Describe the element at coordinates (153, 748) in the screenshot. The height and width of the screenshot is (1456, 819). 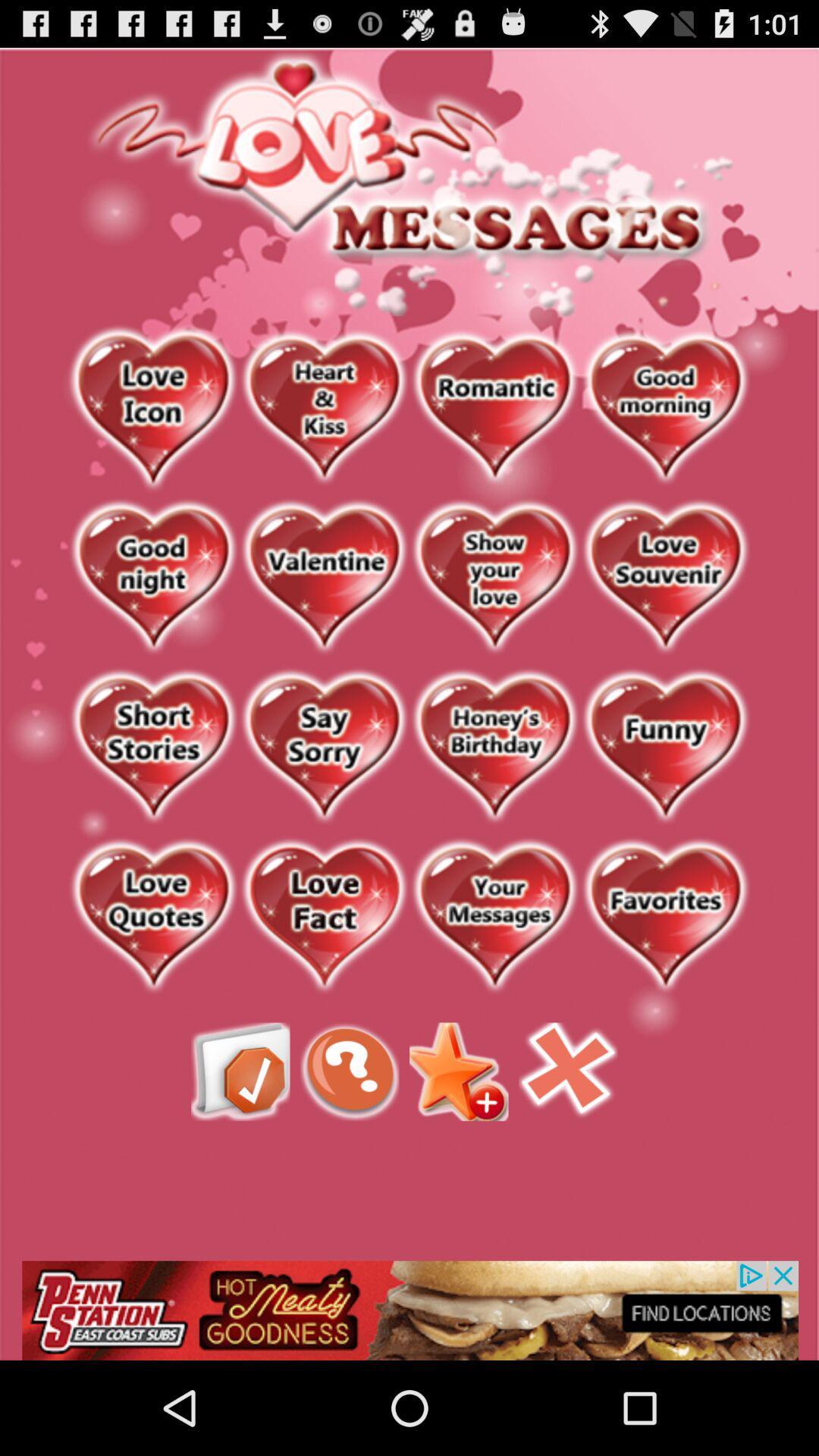
I see `link button for short stories` at that location.